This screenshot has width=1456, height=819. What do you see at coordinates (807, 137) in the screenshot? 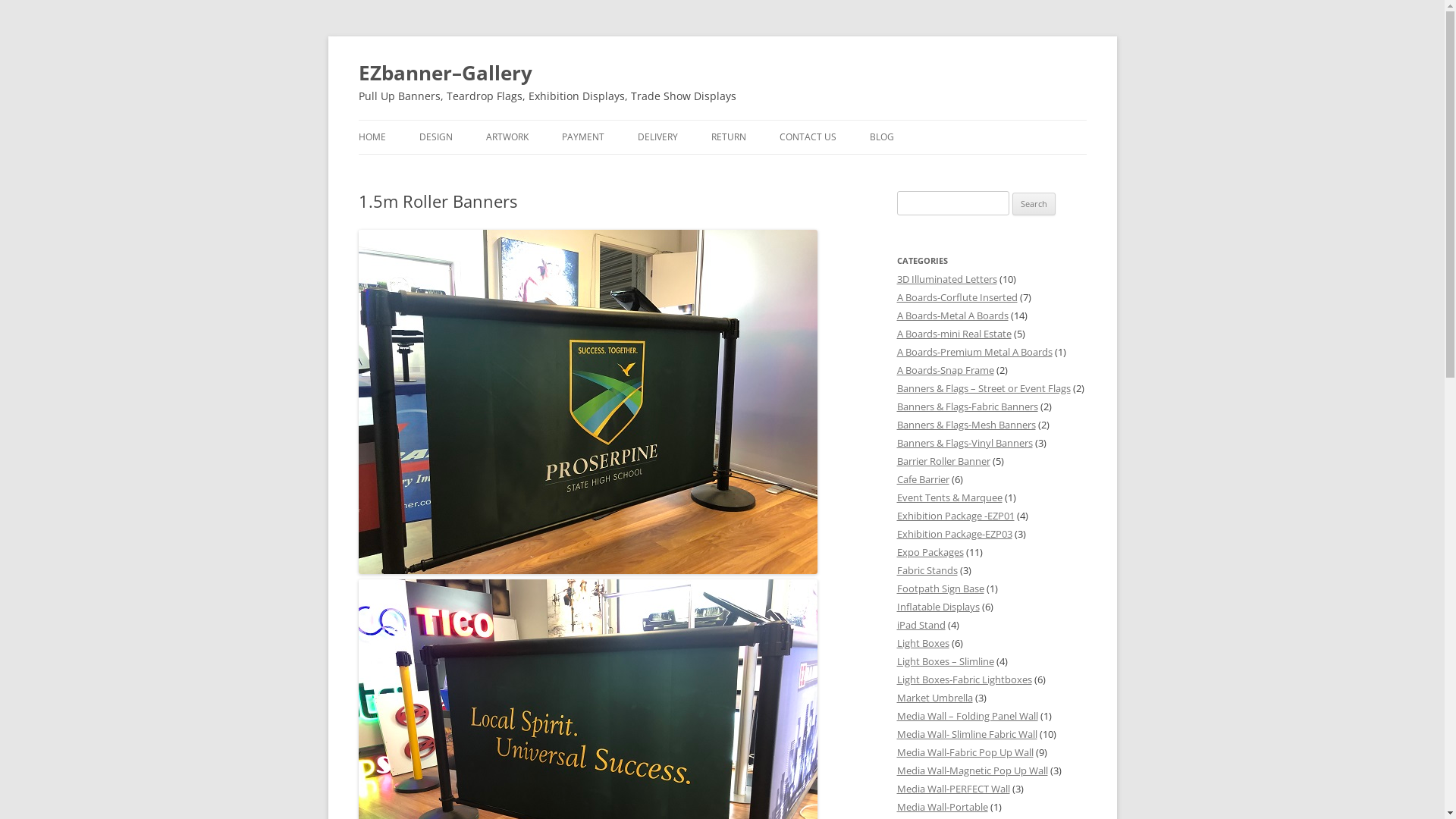
I see `'CONTACT US'` at bounding box center [807, 137].